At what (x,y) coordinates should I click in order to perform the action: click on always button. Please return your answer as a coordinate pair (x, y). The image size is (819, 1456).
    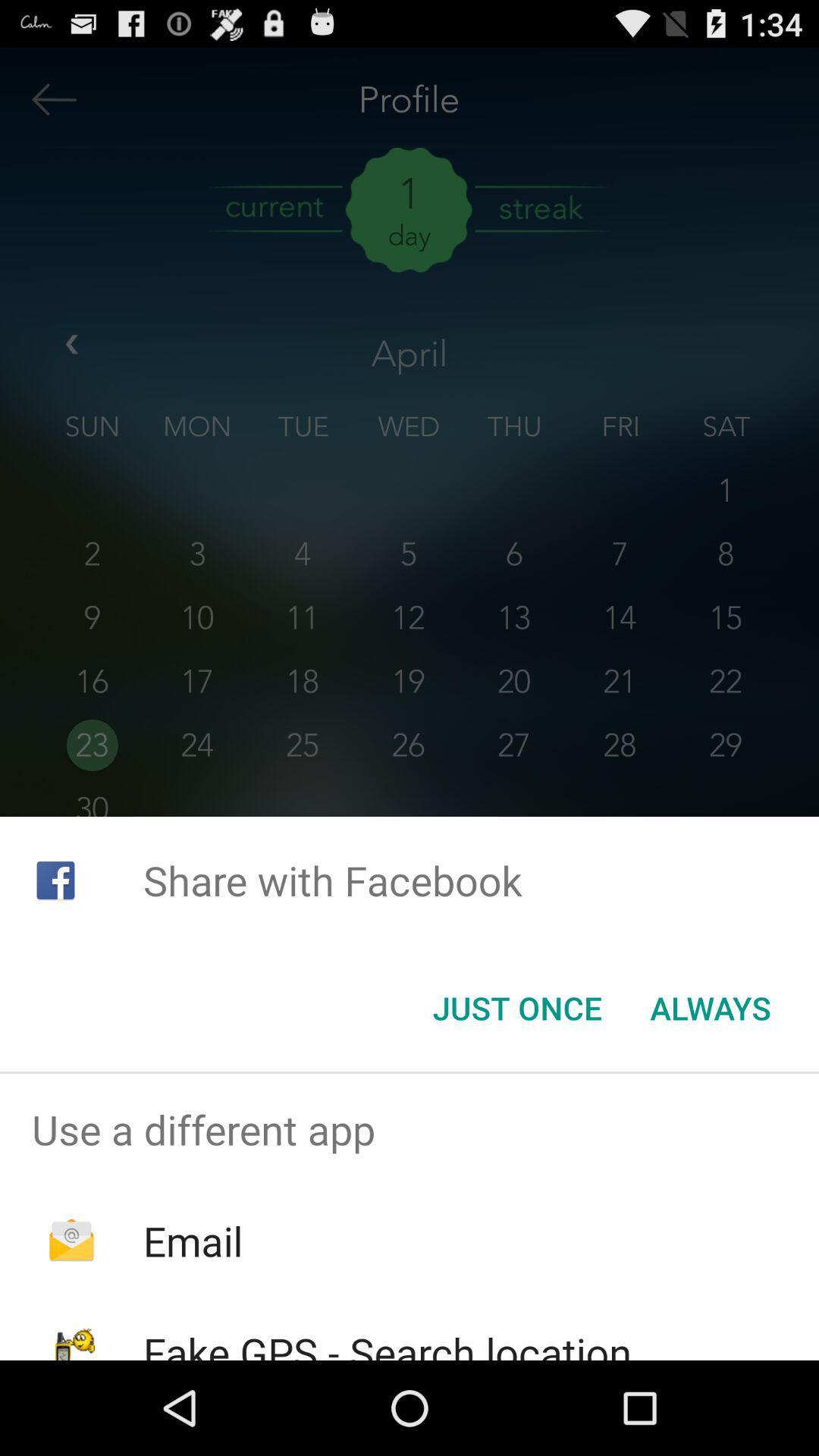
    Looking at the image, I should click on (711, 1008).